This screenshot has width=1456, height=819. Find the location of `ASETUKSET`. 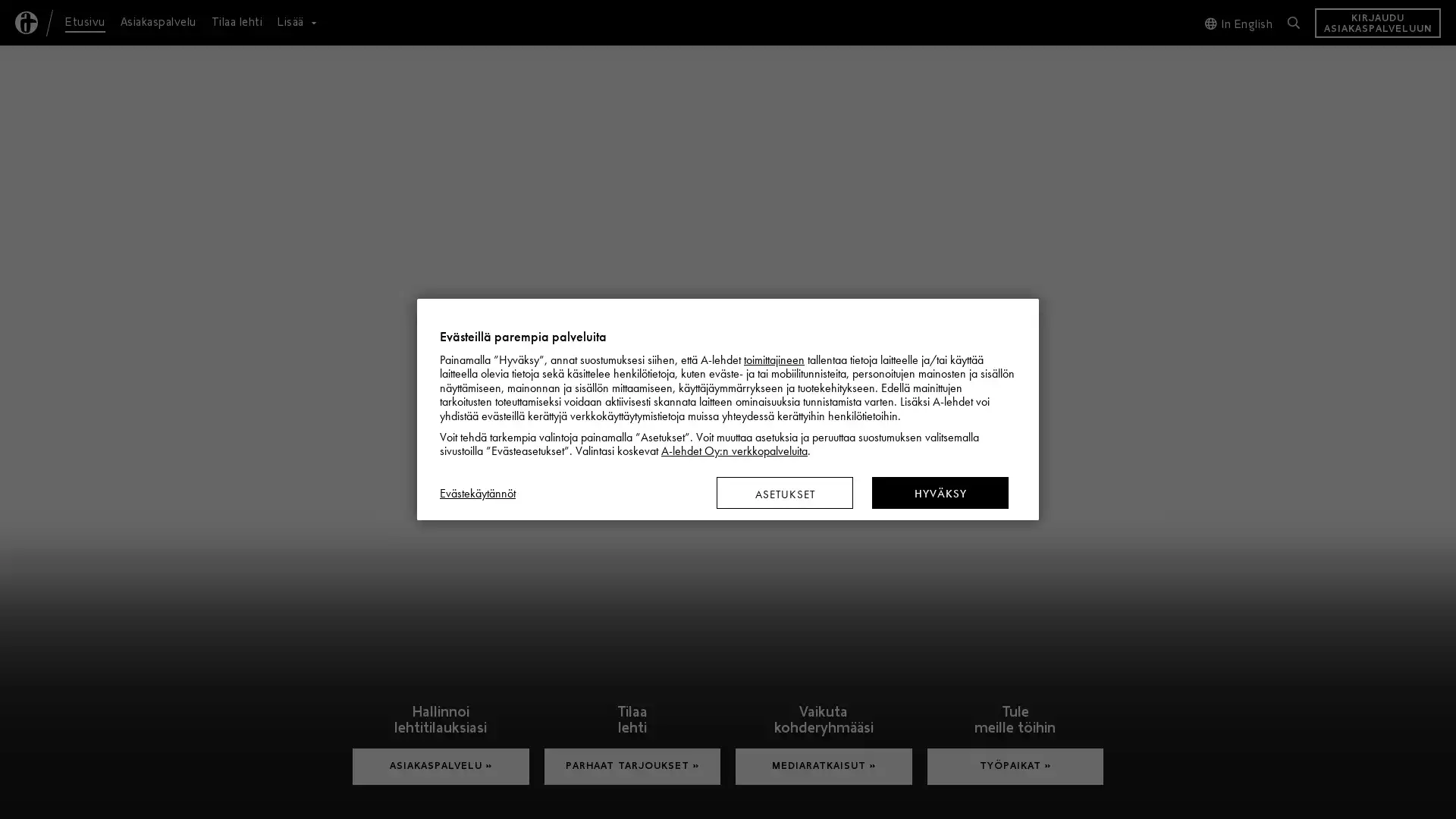

ASETUKSET is located at coordinates (785, 491).